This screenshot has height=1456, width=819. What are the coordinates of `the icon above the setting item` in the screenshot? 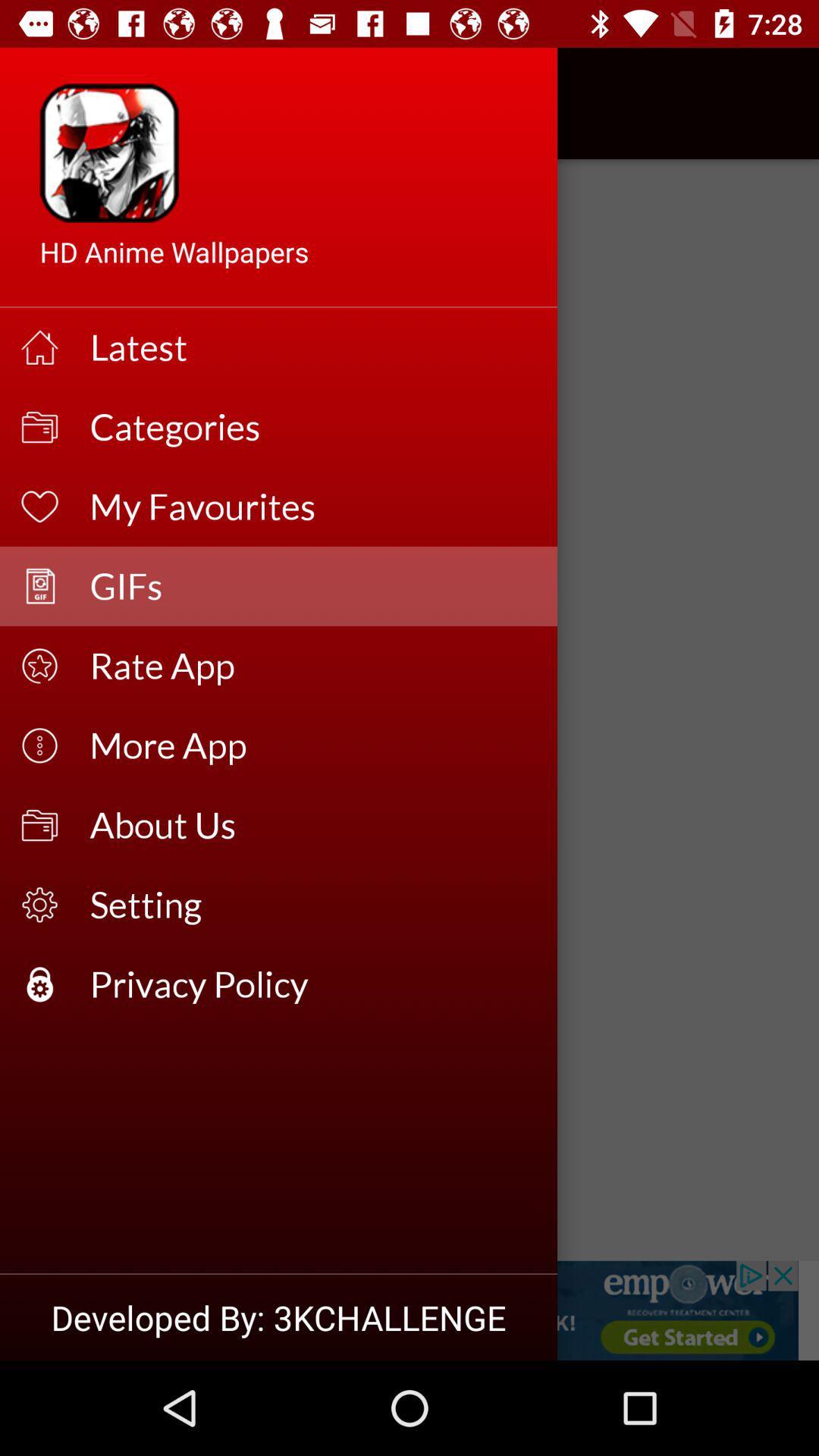 It's located at (312, 824).